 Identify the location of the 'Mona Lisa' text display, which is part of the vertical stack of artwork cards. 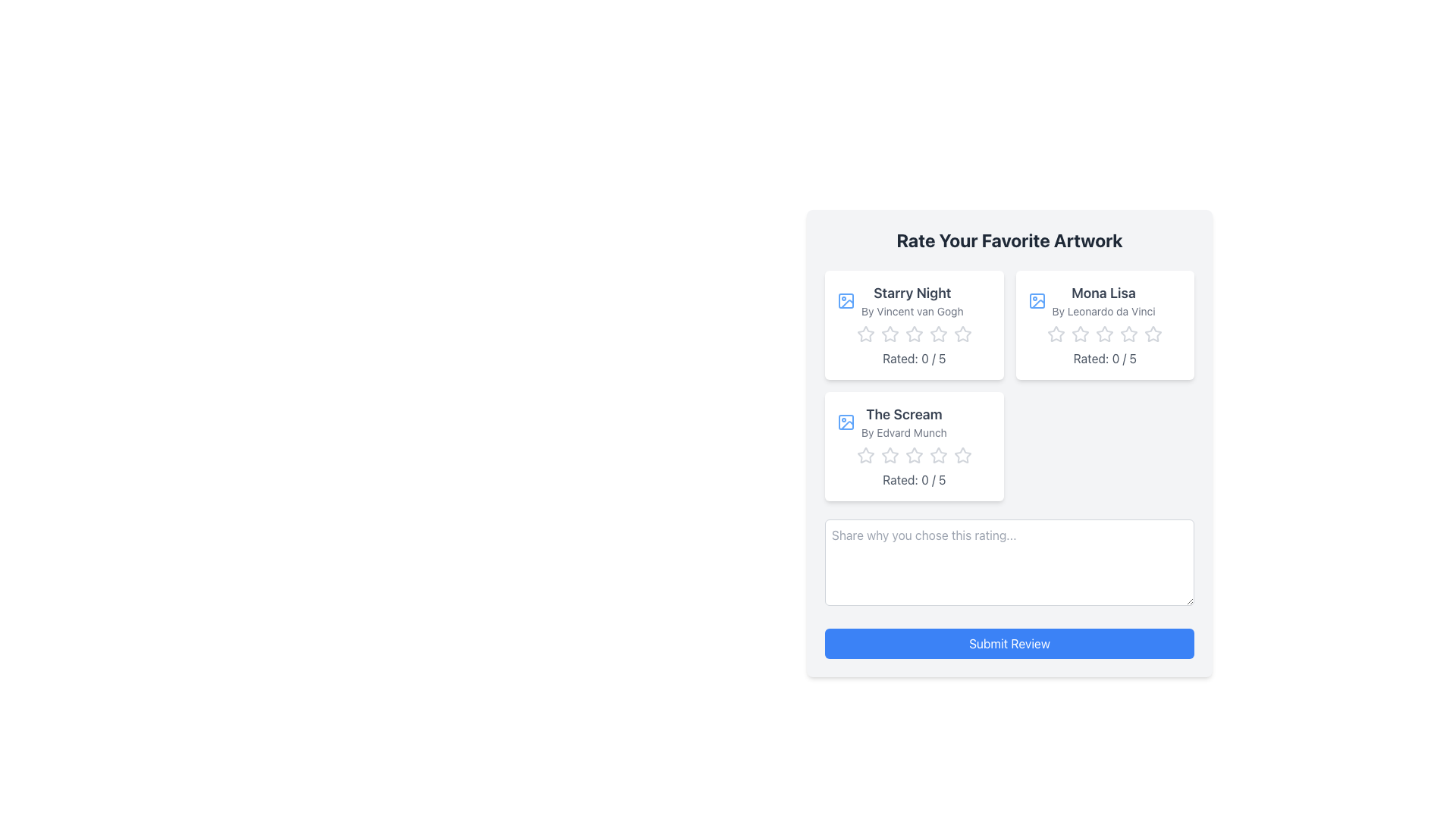
(1103, 301).